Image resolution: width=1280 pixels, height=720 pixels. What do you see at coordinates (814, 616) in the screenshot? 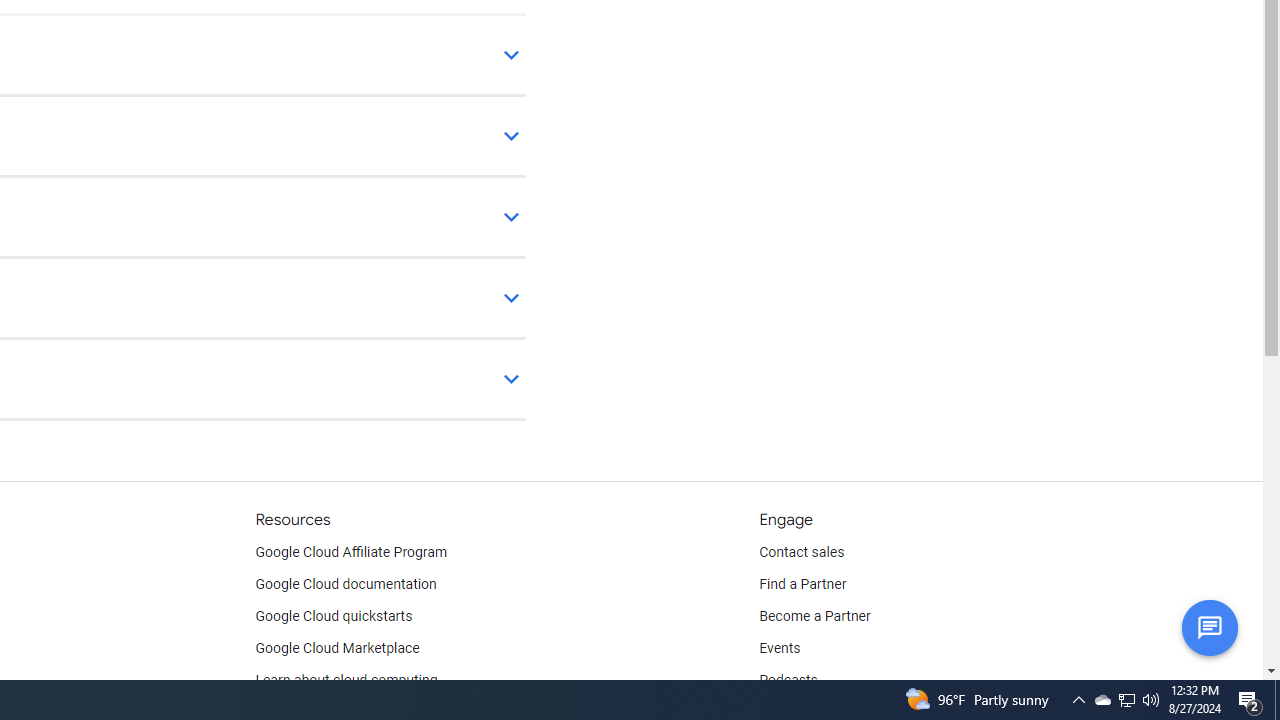
I see `'Become a Partner'` at bounding box center [814, 616].